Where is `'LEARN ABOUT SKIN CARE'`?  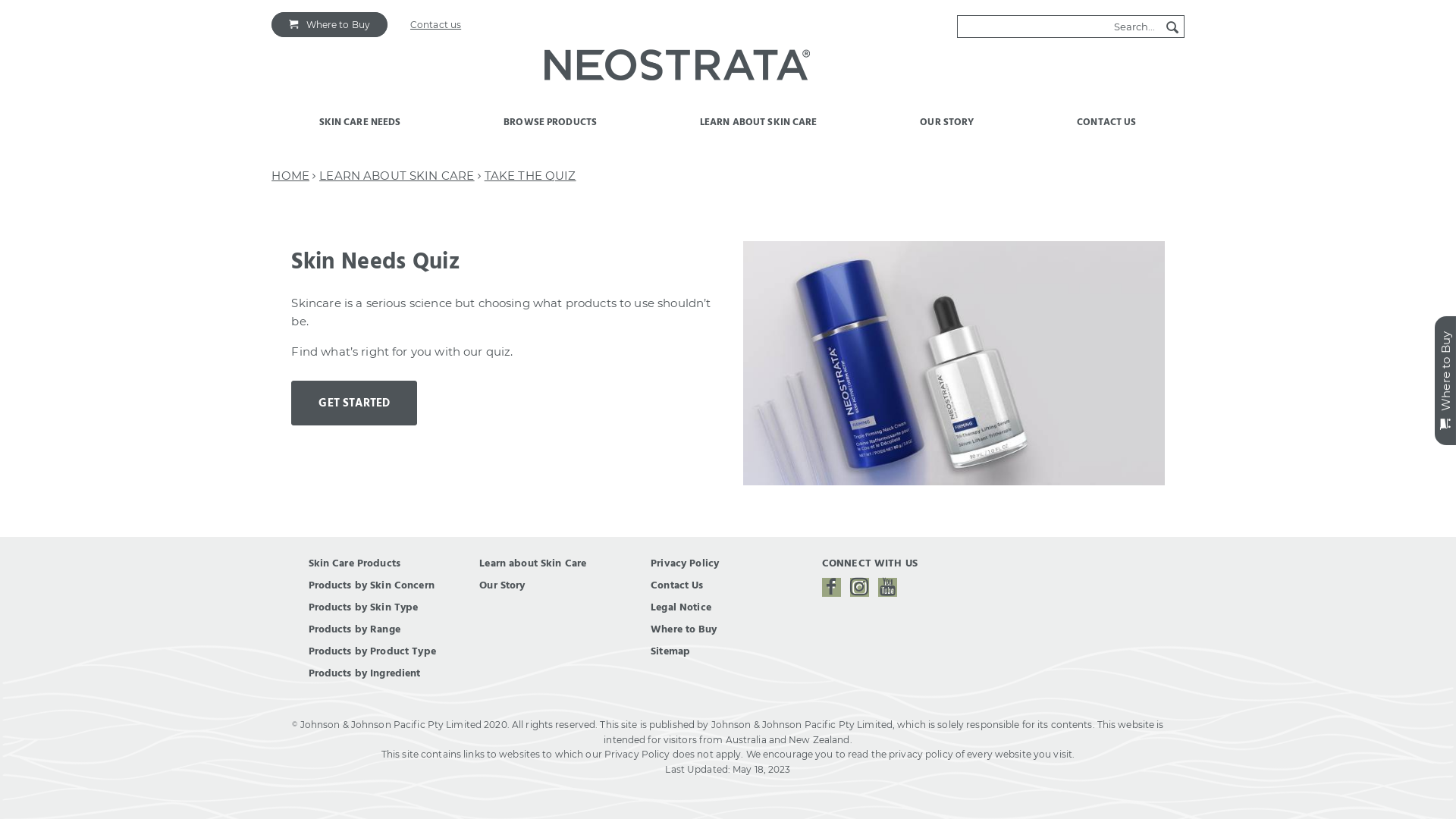
'LEARN ABOUT SKIN CARE' is located at coordinates (759, 130).